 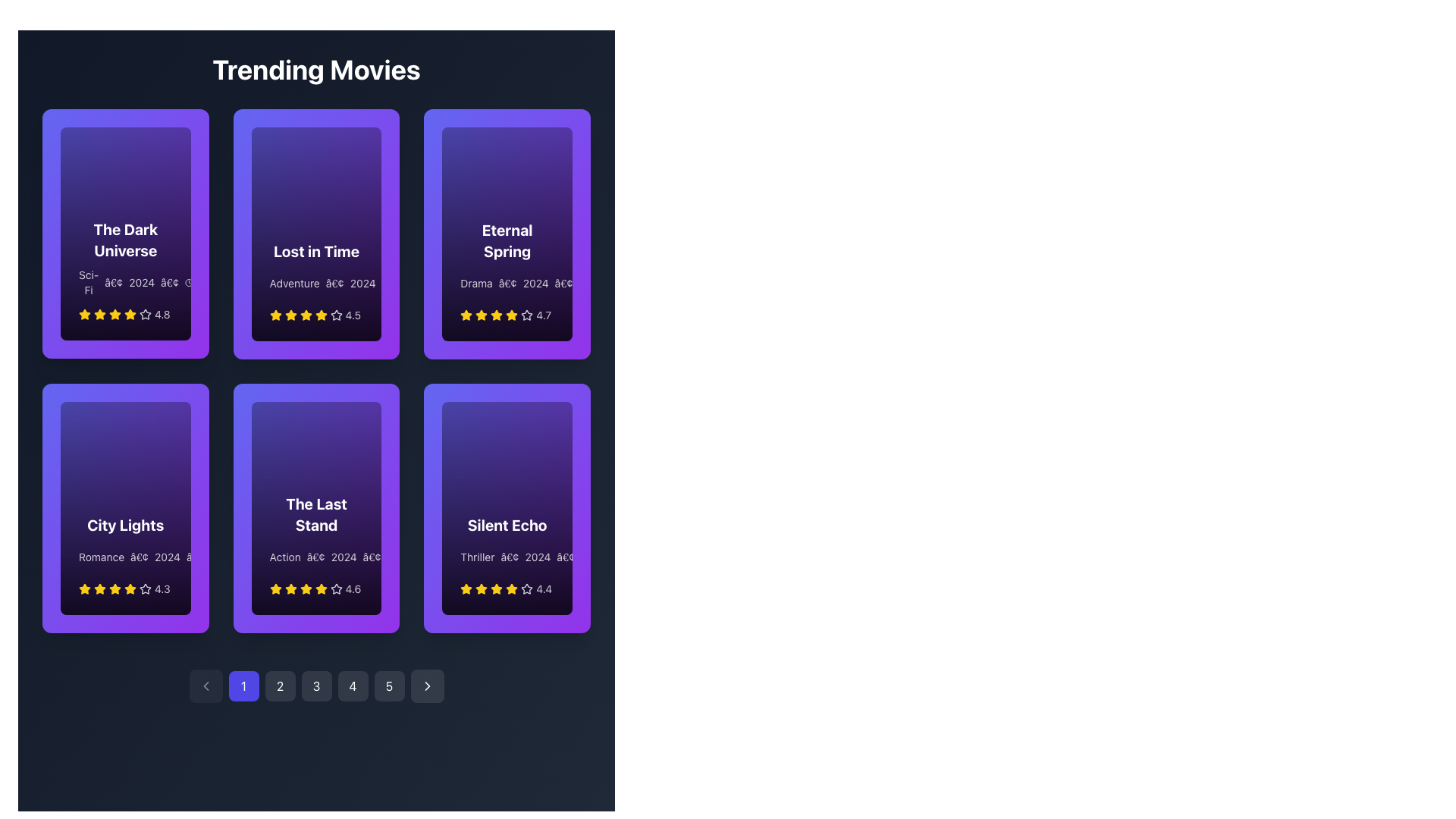 I want to click on the play icon located in the circular button on the movie card for 'City Lights', which is a triangular white icon against a purple background, so click(x=182, y=415).